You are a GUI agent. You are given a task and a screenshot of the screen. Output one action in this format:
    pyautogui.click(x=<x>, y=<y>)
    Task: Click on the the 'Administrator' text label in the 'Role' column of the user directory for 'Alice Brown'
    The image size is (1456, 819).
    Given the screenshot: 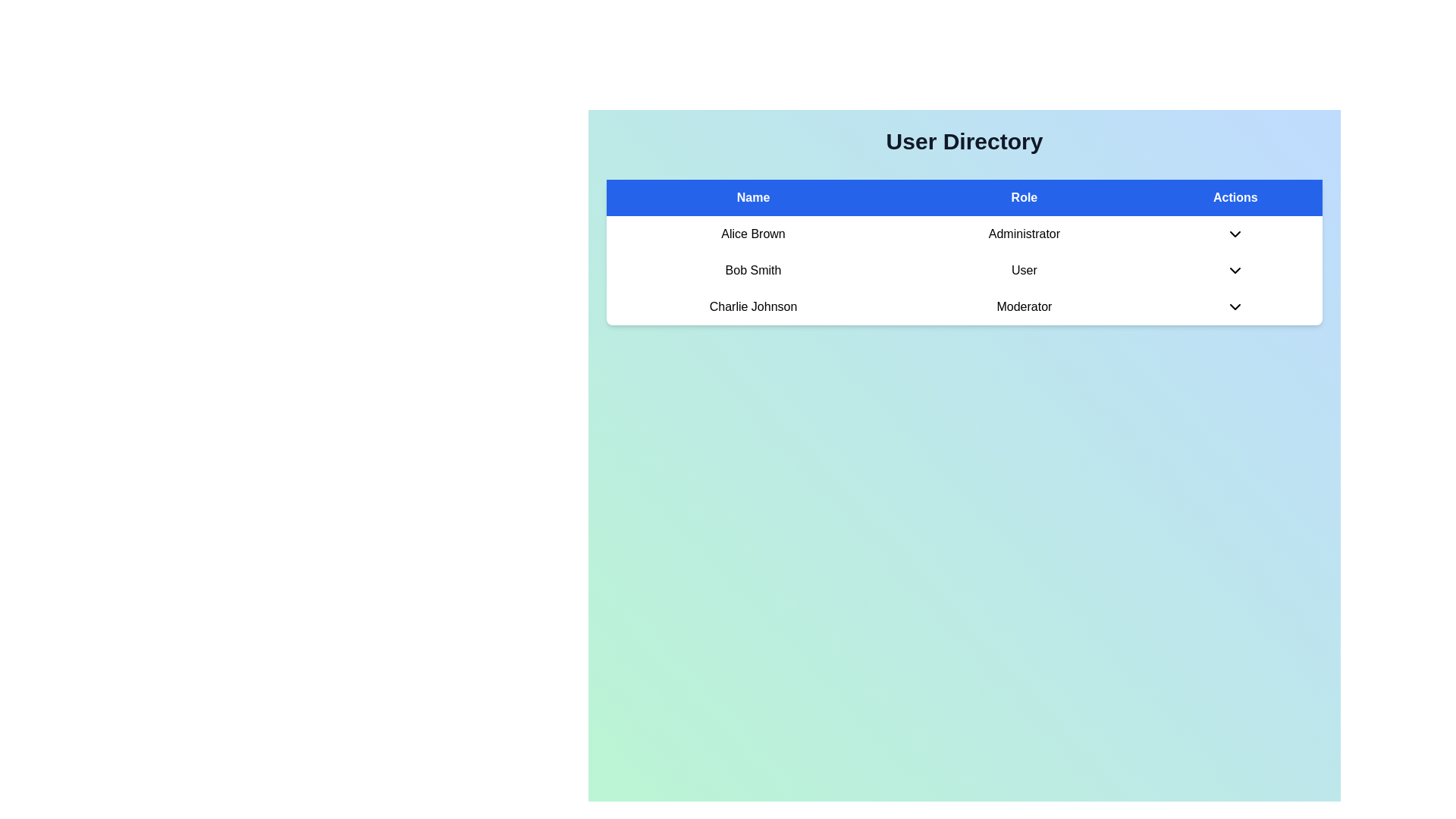 What is the action you would take?
    pyautogui.click(x=1024, y=234)
    